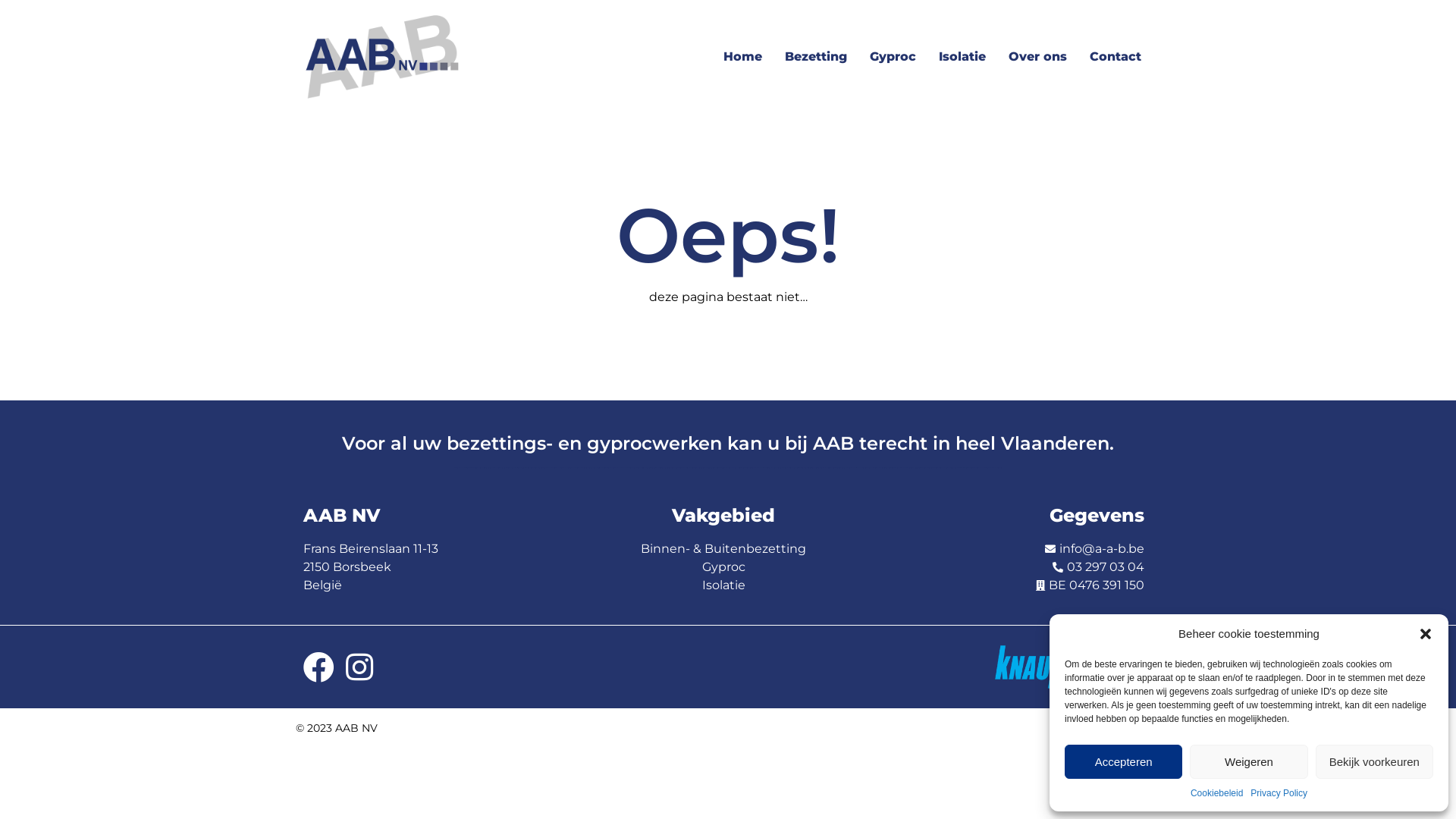  What do you see at coordinates (893, 55) in the screenshot?
I see `'Gyproc'` at bounding box center [893, 55].